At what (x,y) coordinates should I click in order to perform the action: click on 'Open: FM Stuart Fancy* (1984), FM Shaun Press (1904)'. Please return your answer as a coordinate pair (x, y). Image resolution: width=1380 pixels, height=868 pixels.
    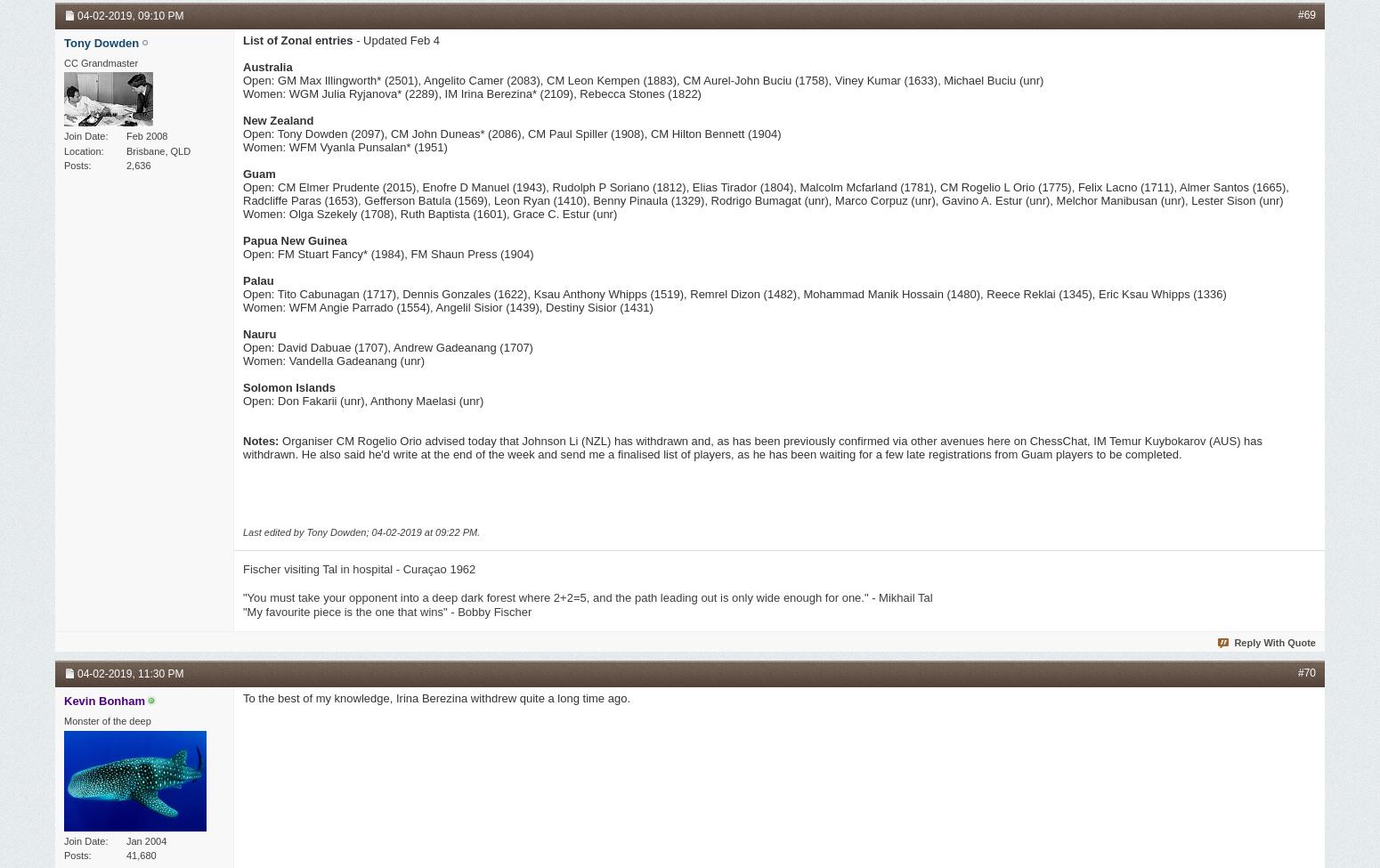
    Looking at the image, I should click on (388, 253).